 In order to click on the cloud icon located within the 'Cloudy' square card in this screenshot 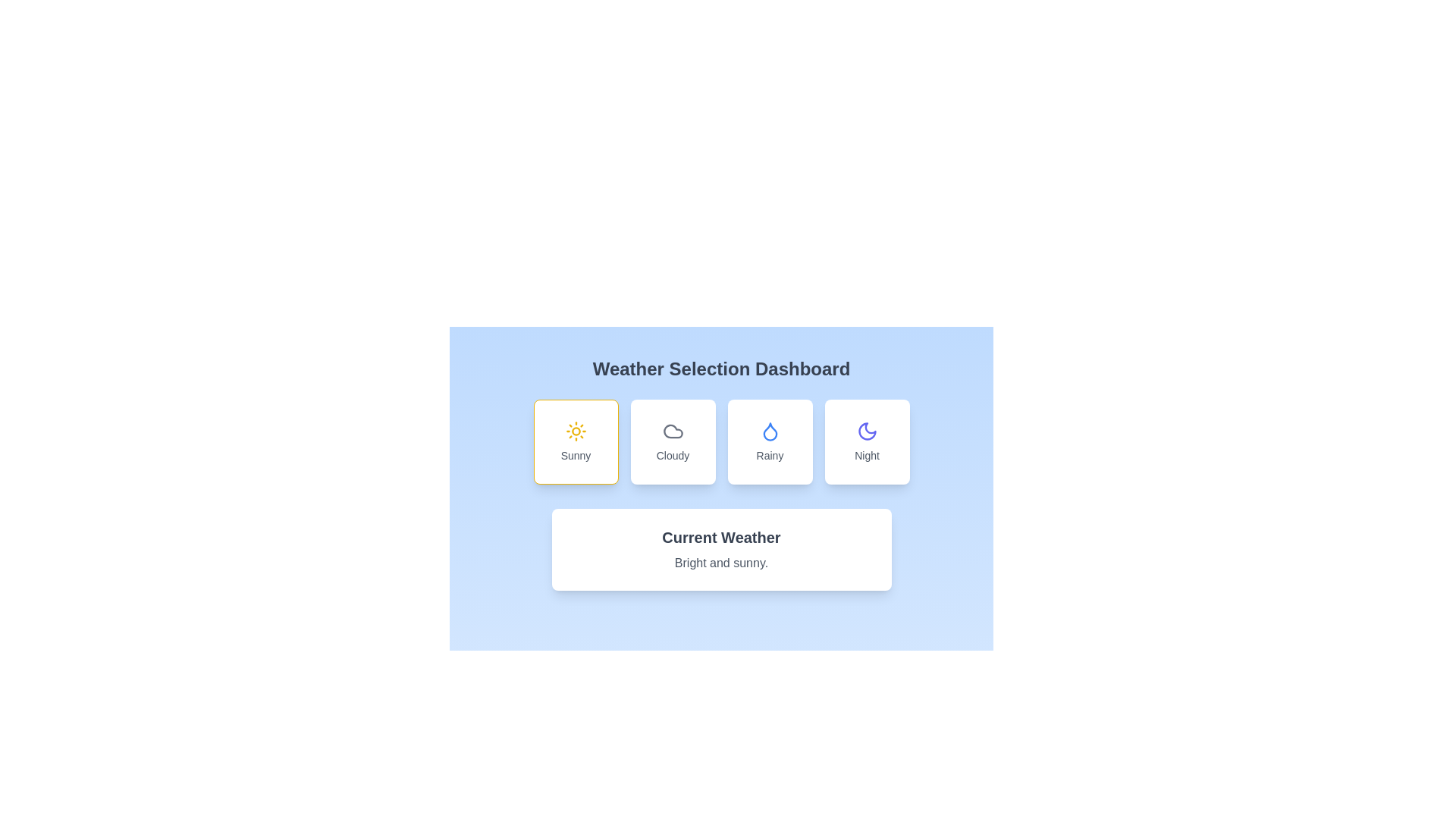, I will do `click(672, 431)`.